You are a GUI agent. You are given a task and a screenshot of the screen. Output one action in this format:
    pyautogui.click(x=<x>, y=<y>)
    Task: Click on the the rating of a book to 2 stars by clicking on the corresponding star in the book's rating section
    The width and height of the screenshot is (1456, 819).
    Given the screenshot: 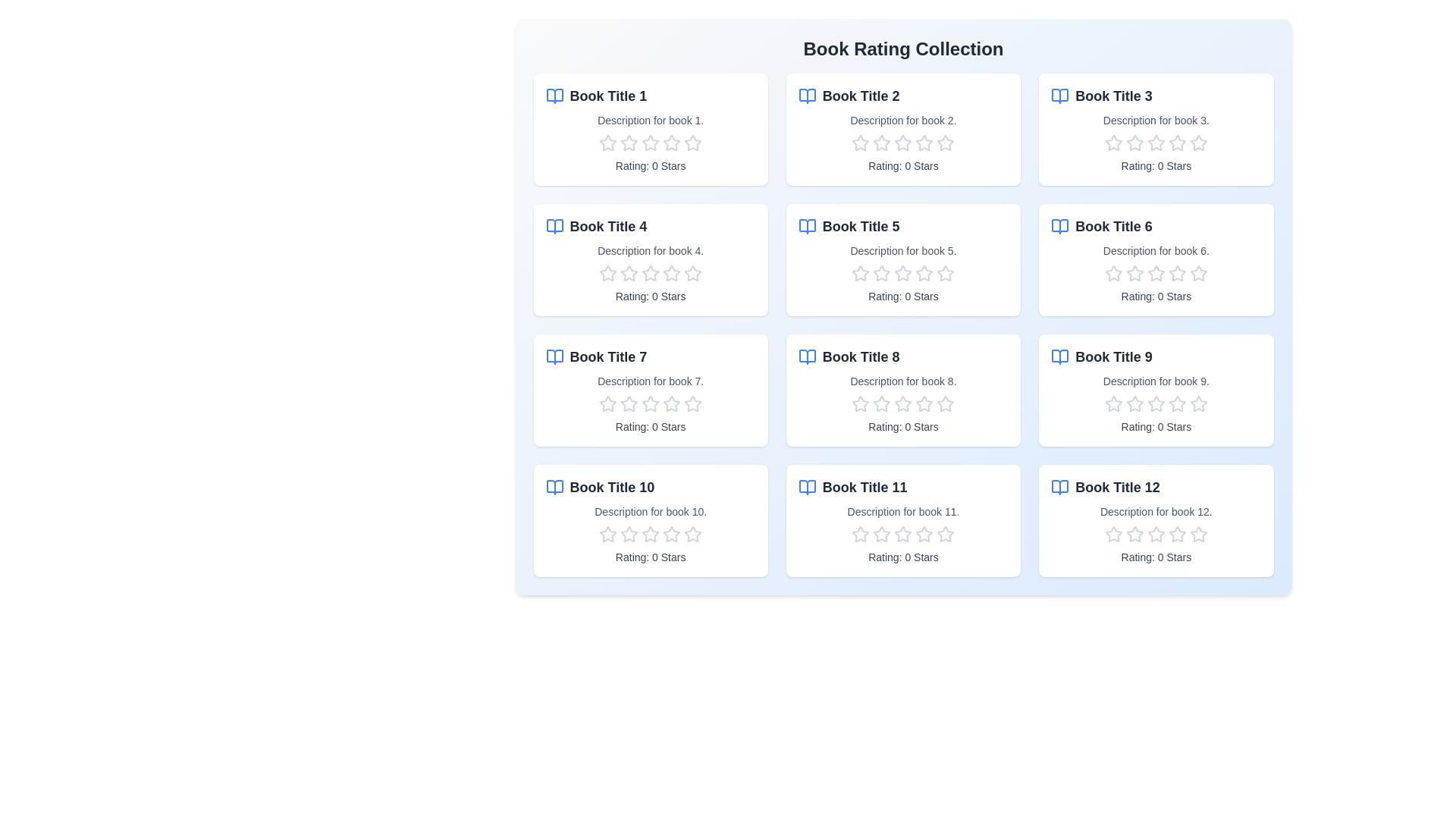 What is the action you would take?
    pyautogui.click(x=629, y=143)
    